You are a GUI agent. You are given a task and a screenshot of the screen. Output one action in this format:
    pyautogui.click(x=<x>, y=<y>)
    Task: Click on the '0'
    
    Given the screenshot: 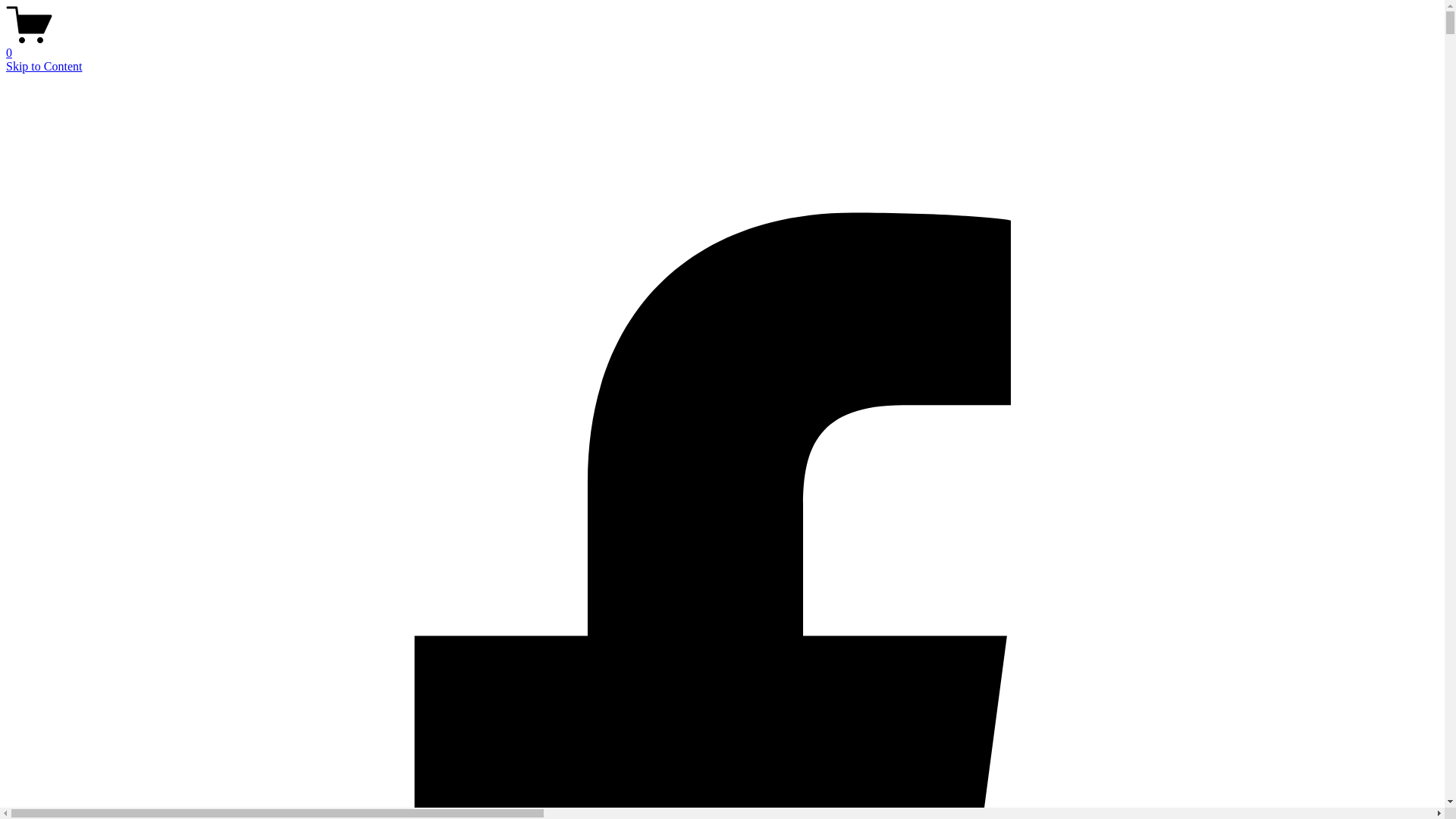 What is the action you would take?
    pyautogui.click(x=6, y=45)
    